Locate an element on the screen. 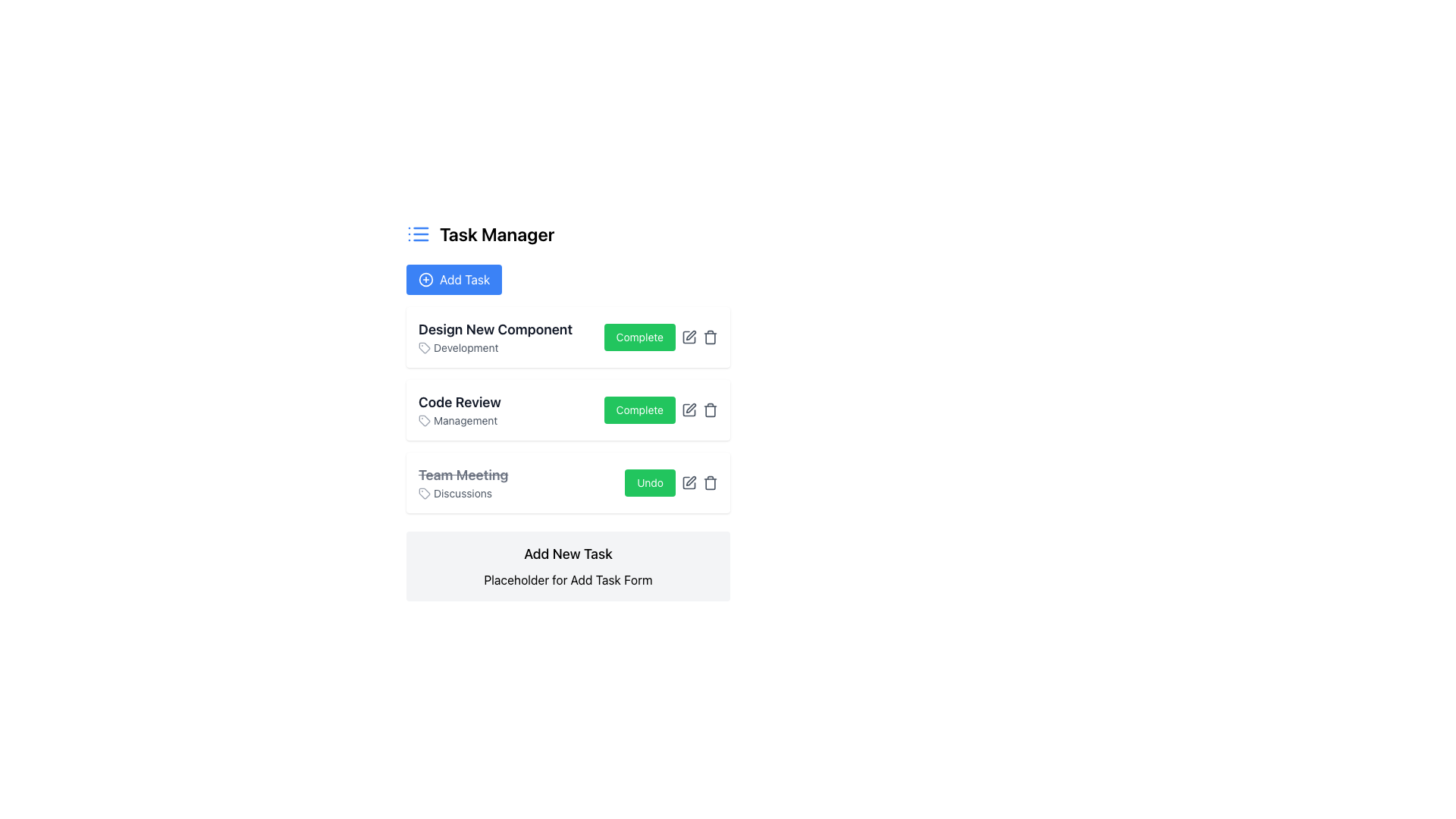 This screenshot has height=819, width=1456. the icon representing the Add Task functionality located to the left of the 'Add Task' button near the Task Manager header is located at coordinates (425, 280).